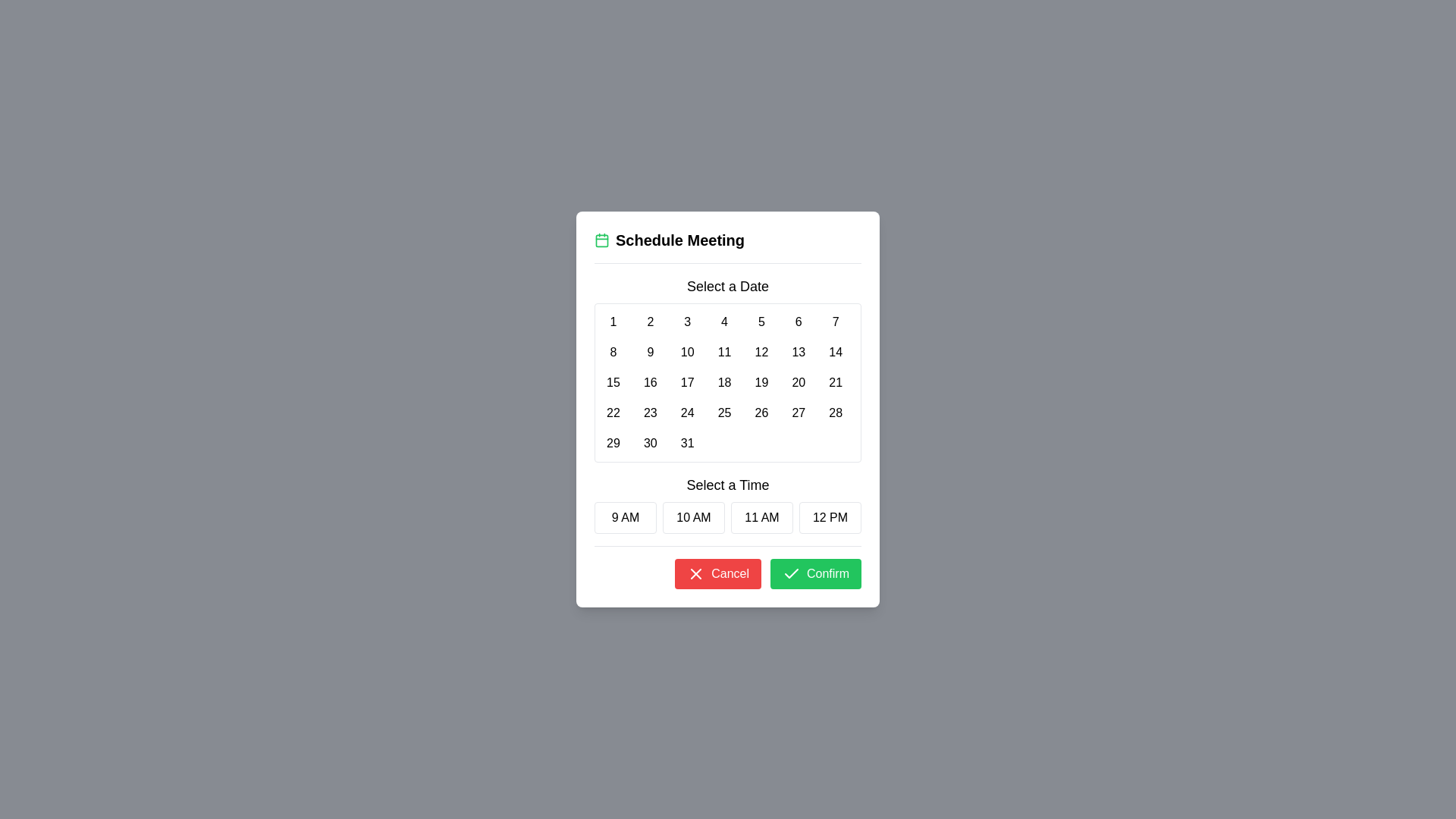 The height and width of the screenshot is (819, 1456). What do you see at coordinates (723, 413) in the screenshot?
I see `the button that allows users to select the date '25' in the calendar grid of the 'Schedule Meeting' modal dialog` at bounding box center [723, 413].